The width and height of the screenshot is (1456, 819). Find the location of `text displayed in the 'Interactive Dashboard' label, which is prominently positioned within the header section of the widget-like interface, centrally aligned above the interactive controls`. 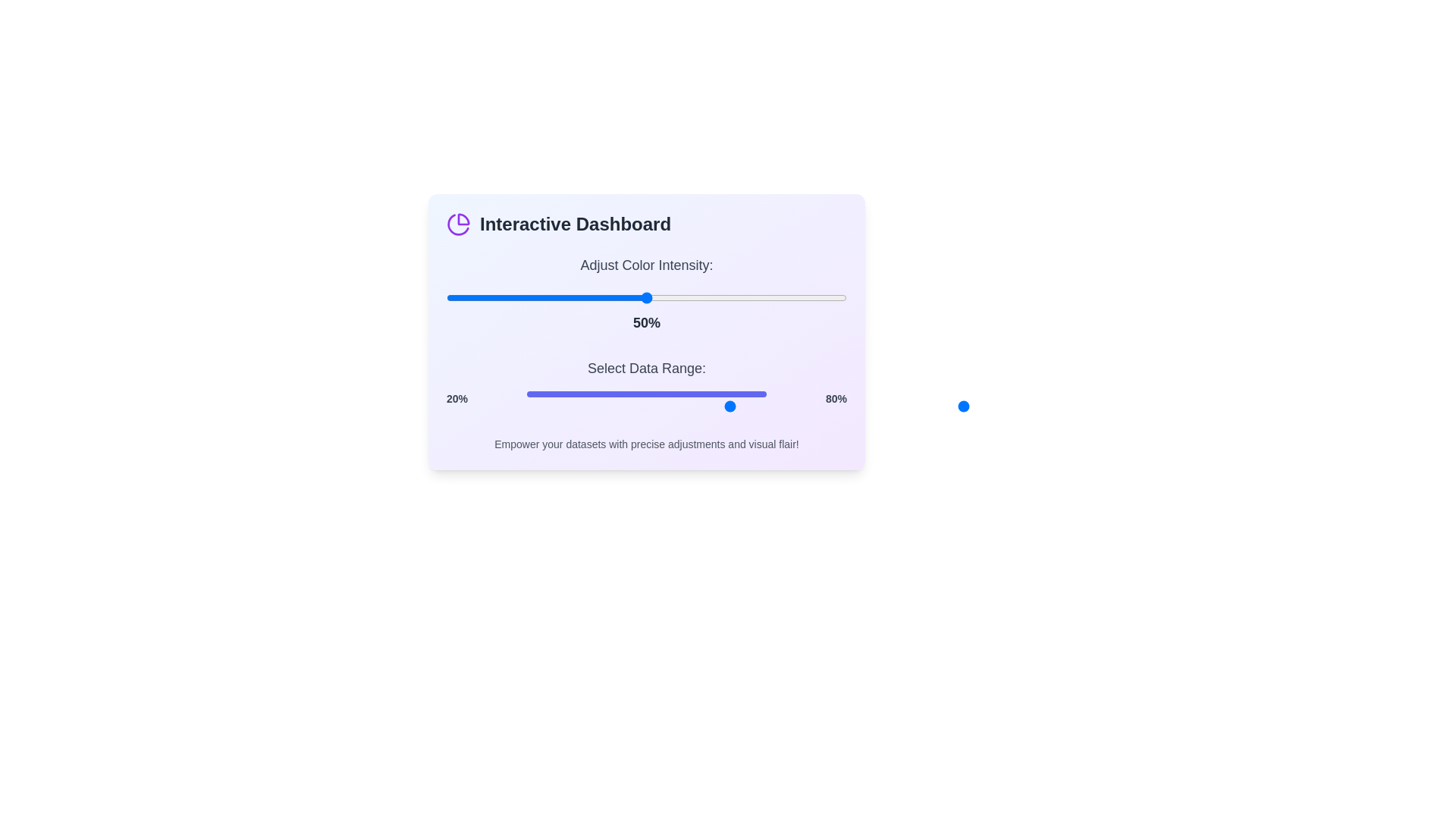

text displayed in the 'Interactive Dashboard' label, which is prominently positioned within the header section of the widget-like interface, centrally aligned above the interactive controls is located at coordinates (574, 224).